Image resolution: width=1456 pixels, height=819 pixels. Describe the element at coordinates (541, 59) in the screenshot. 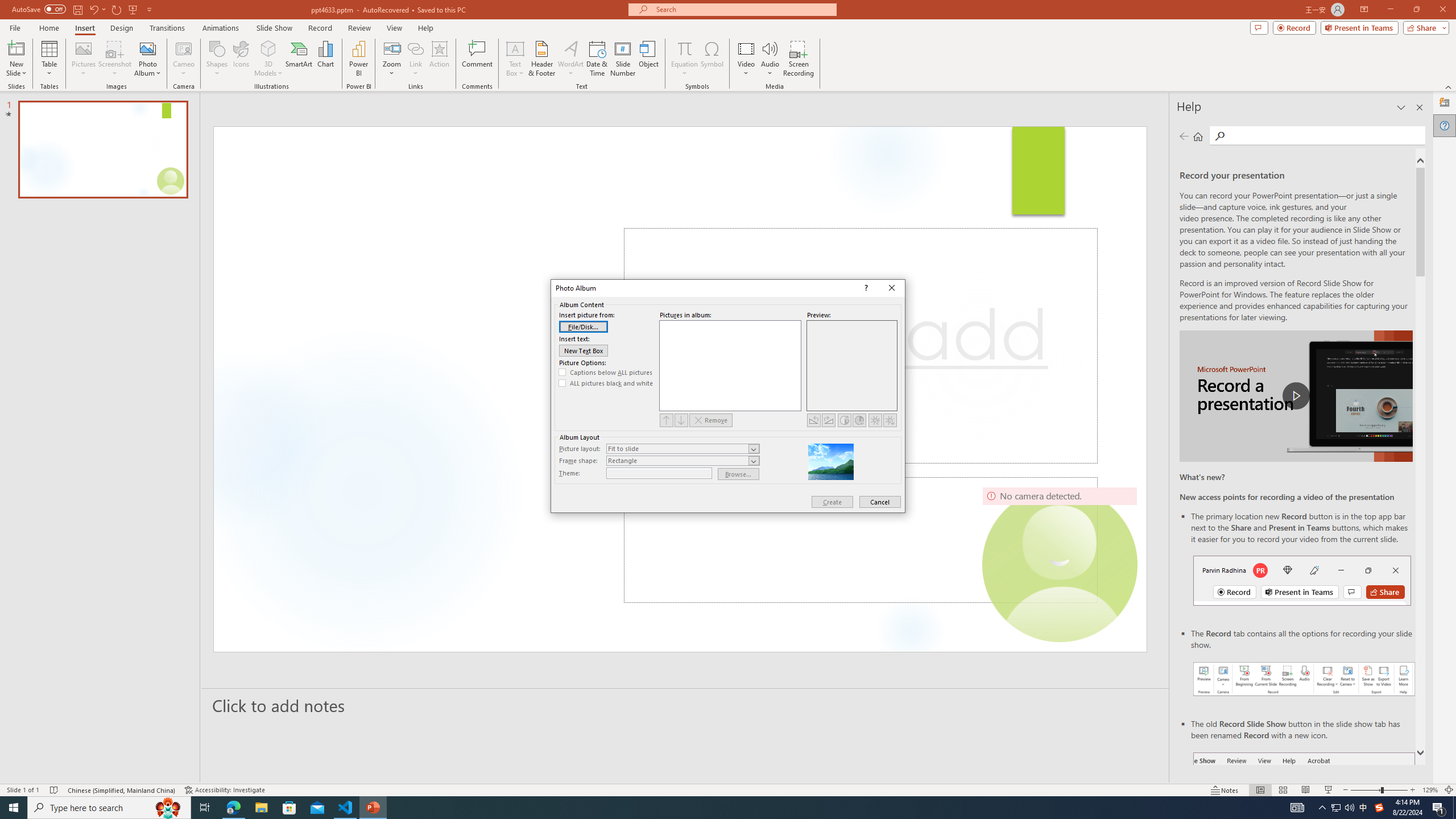

I see `'Header & Footer...'` at that location.